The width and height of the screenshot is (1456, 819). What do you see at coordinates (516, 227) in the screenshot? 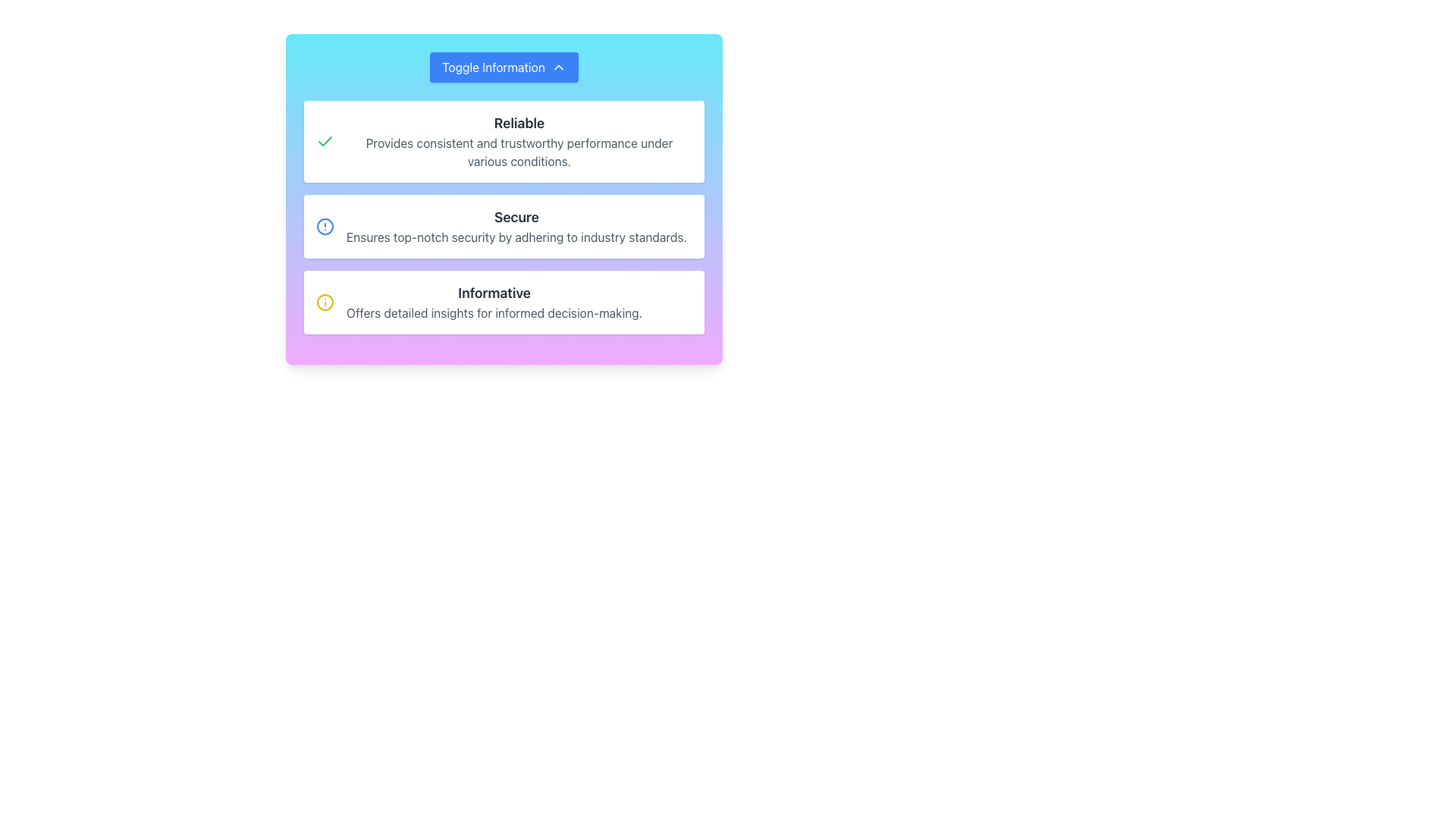
I see `the informational text element that conveys details about security features` at bounding box center [516, 227].